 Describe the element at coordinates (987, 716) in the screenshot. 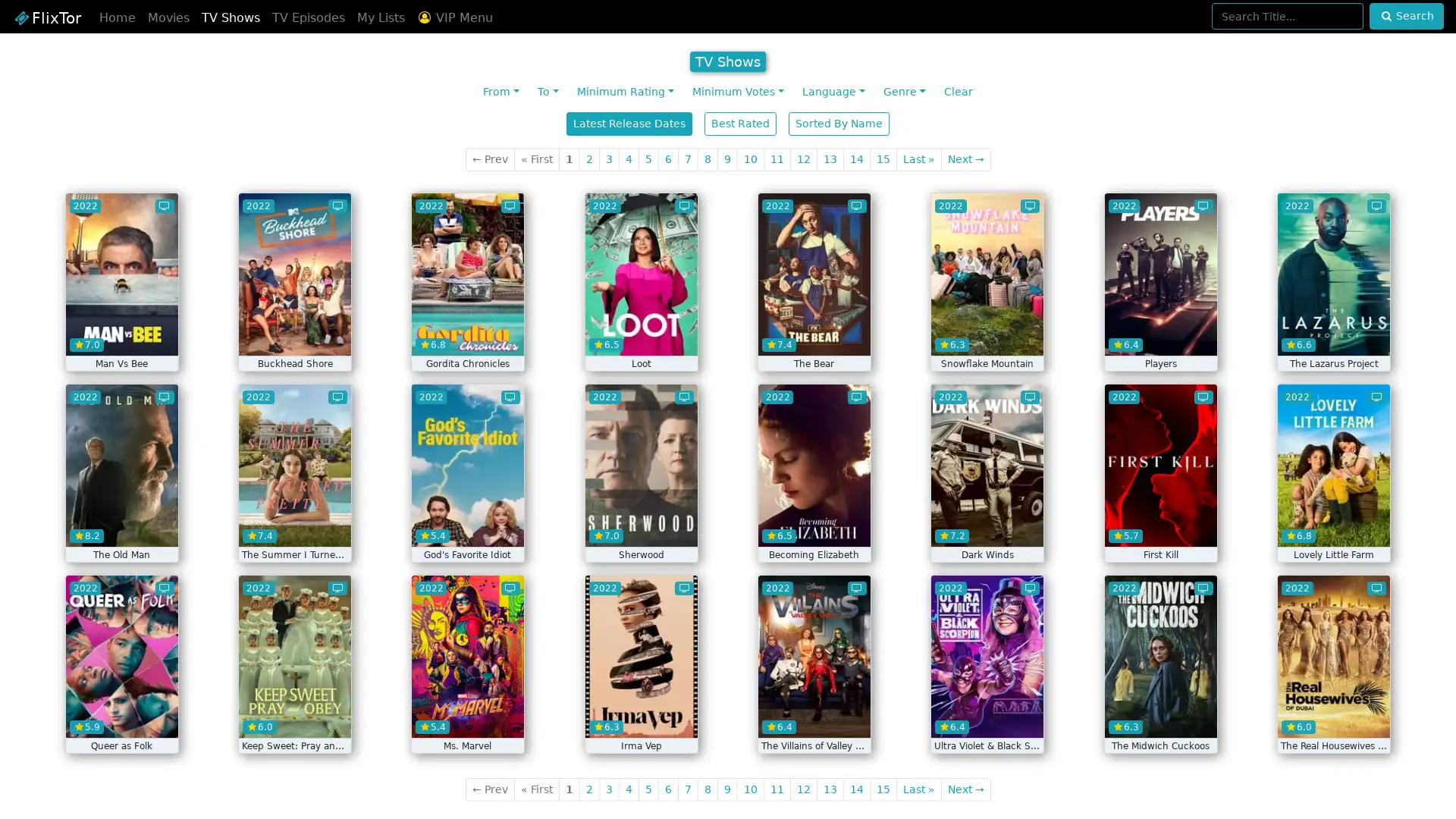

I see `Watch Now` at that location.